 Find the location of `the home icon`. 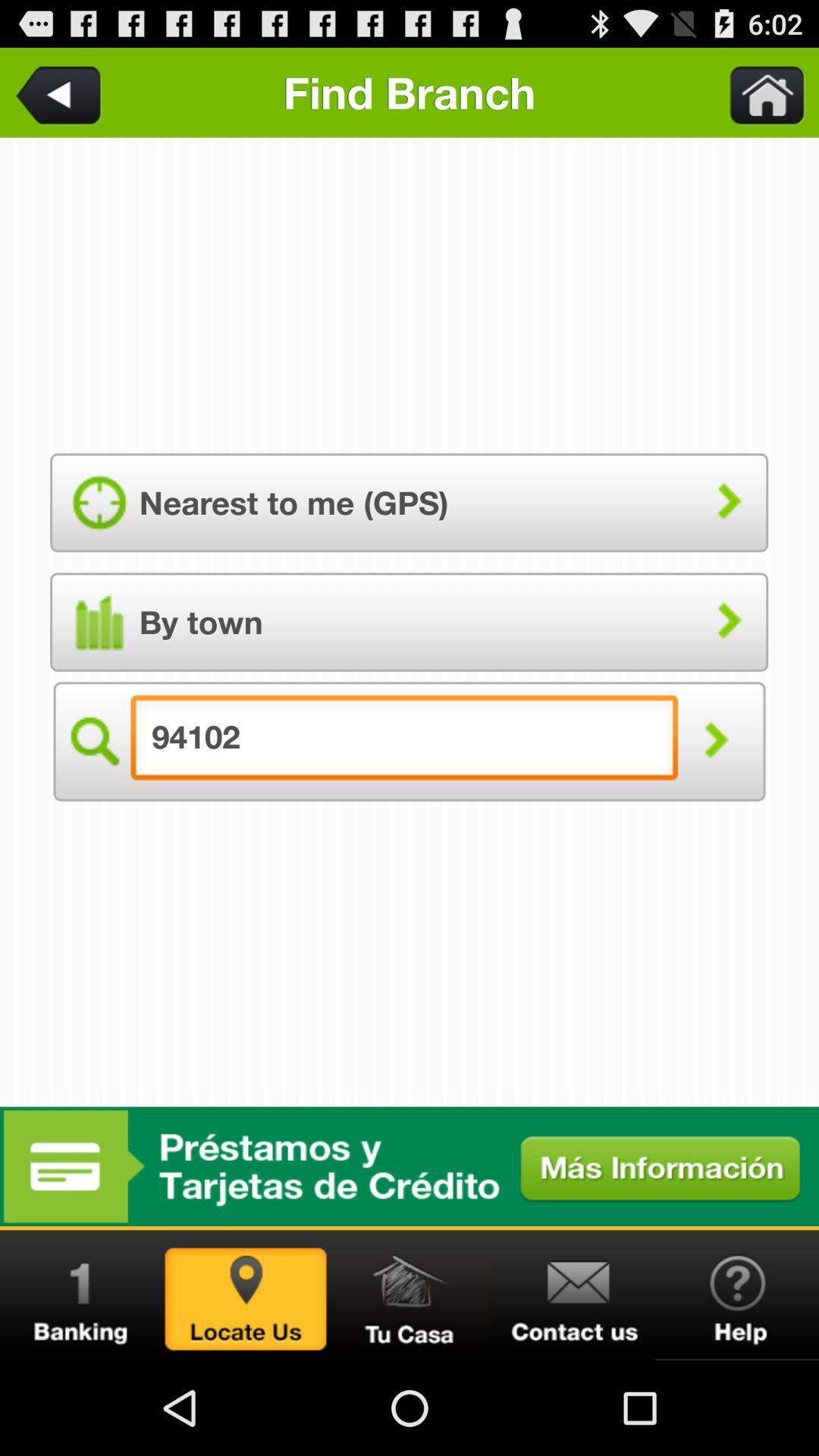

the home icon is located at coordinates (758, 98).